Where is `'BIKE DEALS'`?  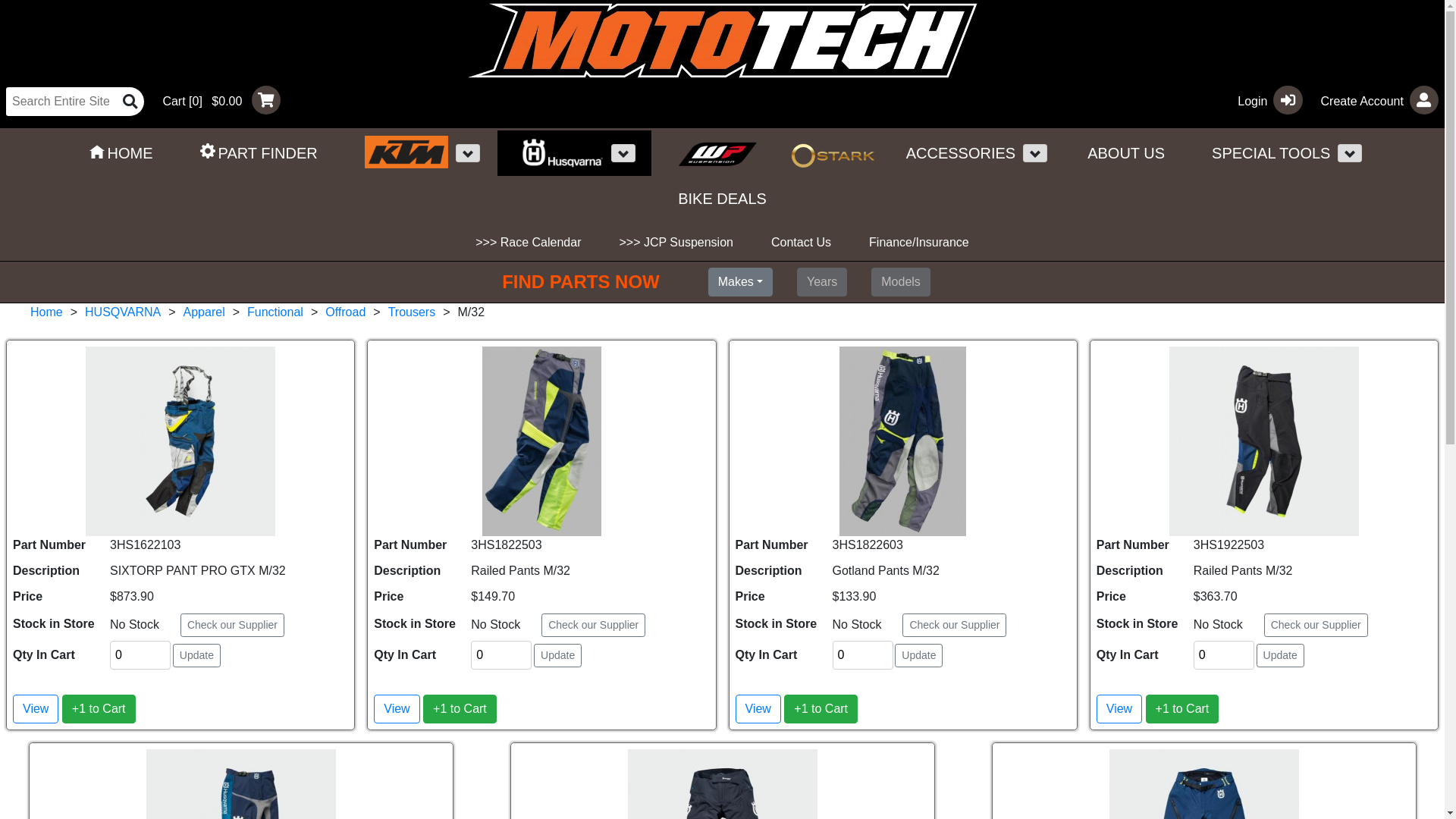 'BIKE DEALS' is located at coordinates (721, 198).